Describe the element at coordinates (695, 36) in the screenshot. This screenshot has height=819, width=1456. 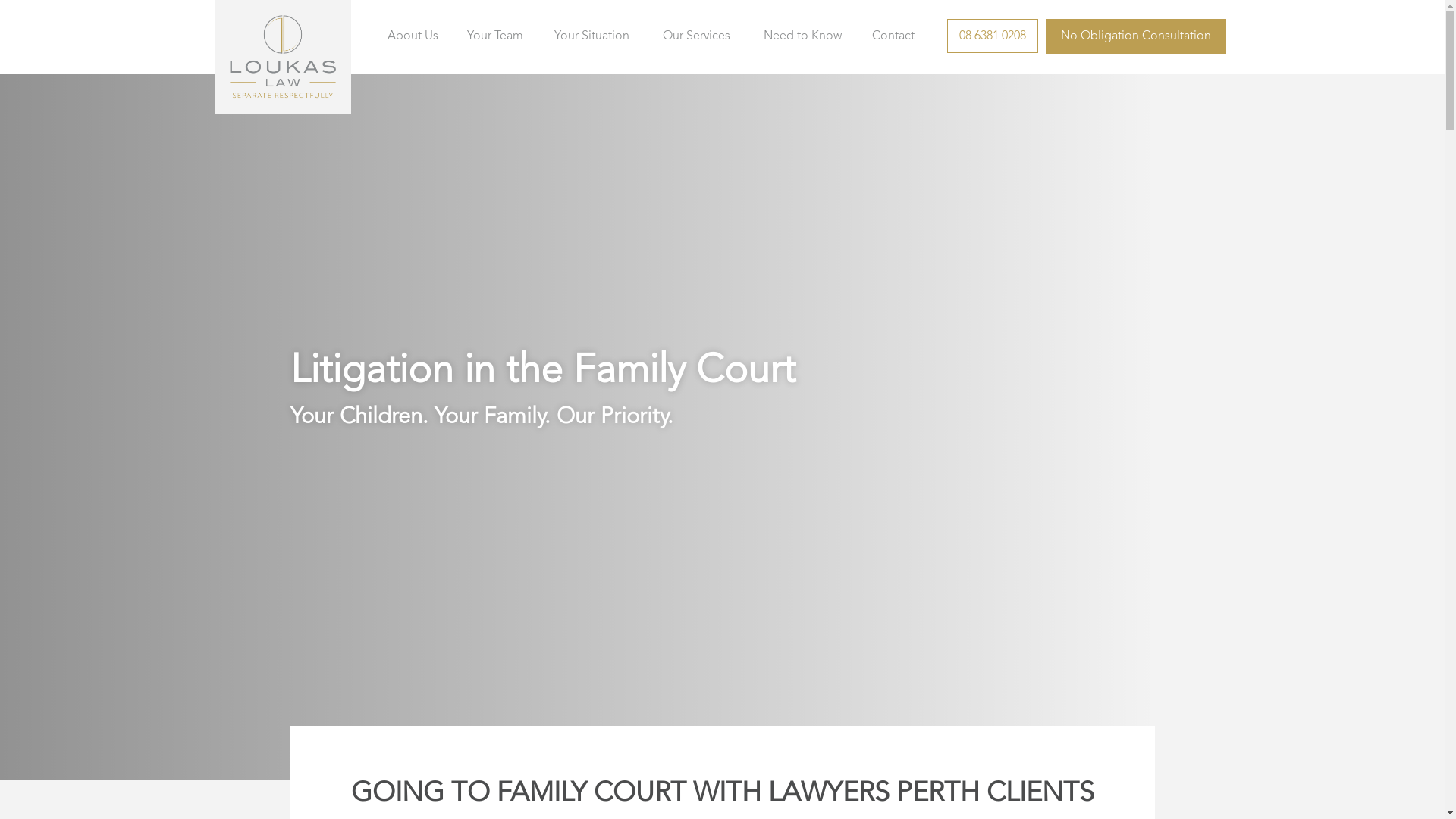
I see `'Our Services'` at that location.